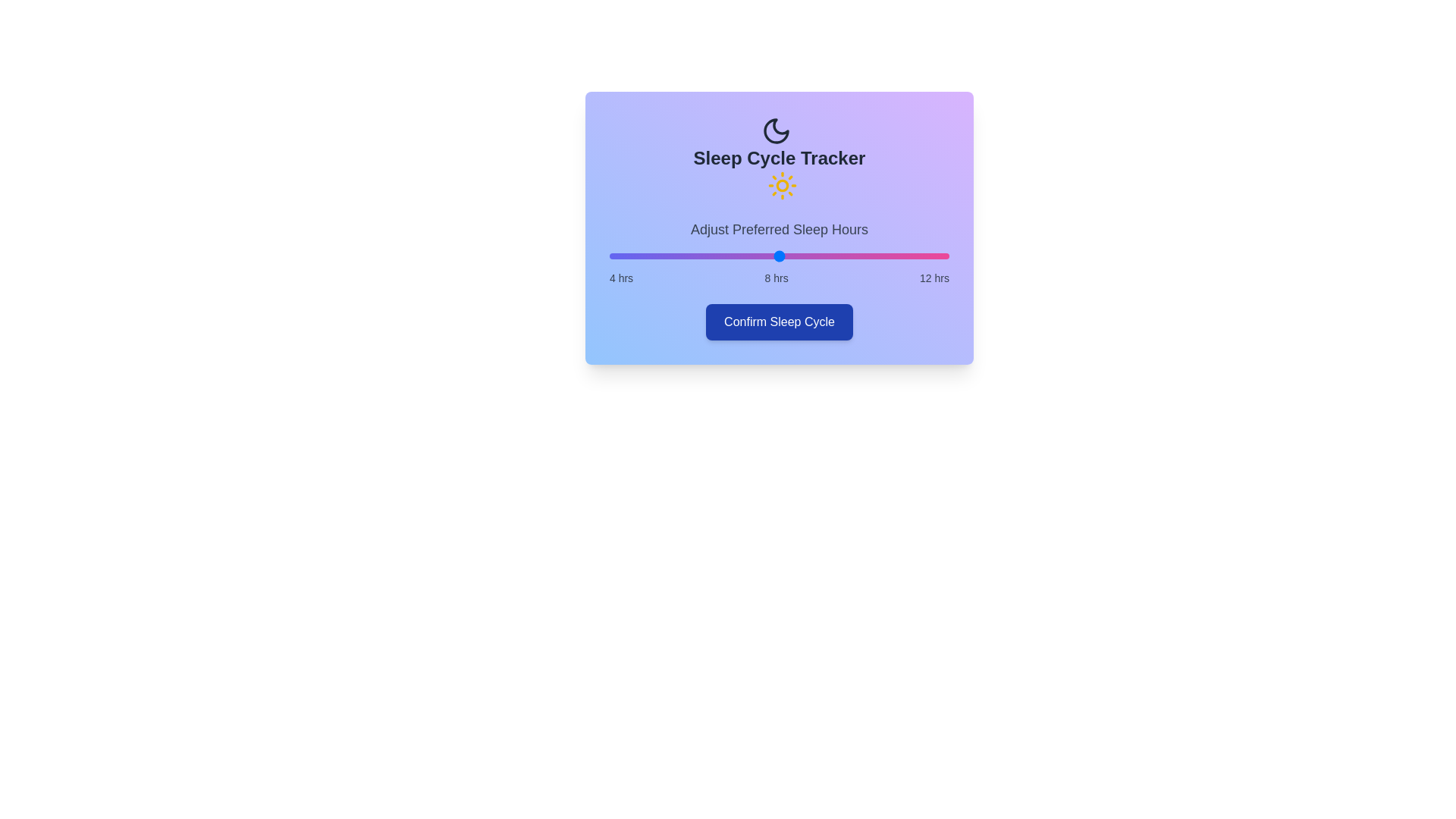 The height and width of the screenshot is (819, 1456). What do you see at coordinates (783, 185) in the screenshot?
I see `the decorative icon sun` at bounding box center [783, 185].